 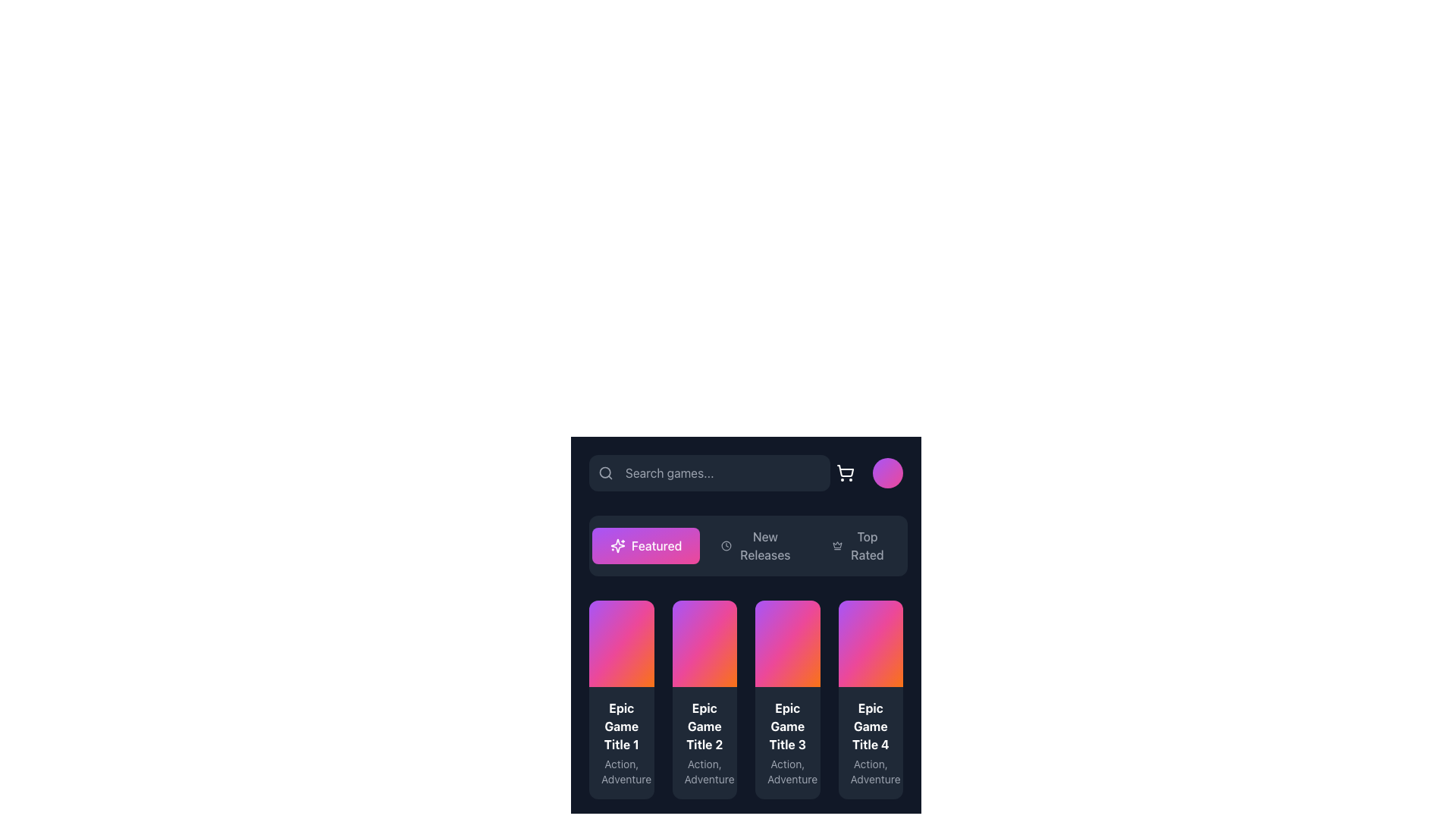 I want to click on the 'Featured' button which contains the Decorative SVG icon, located at the top-left section of the central UI toolbar, so click(x=618, y=546).